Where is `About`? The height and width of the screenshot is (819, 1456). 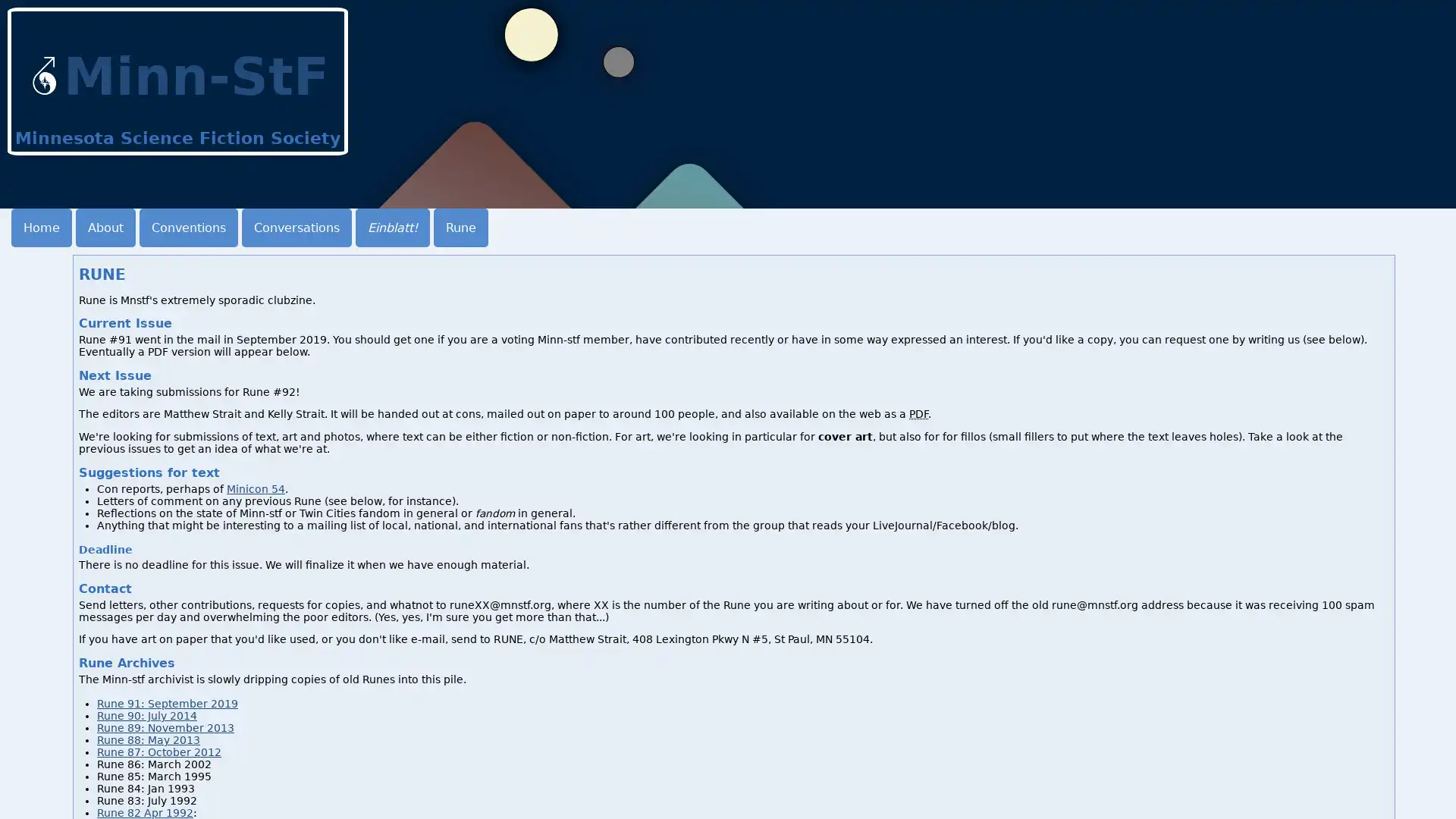
About is located at coordinates (105, 227).